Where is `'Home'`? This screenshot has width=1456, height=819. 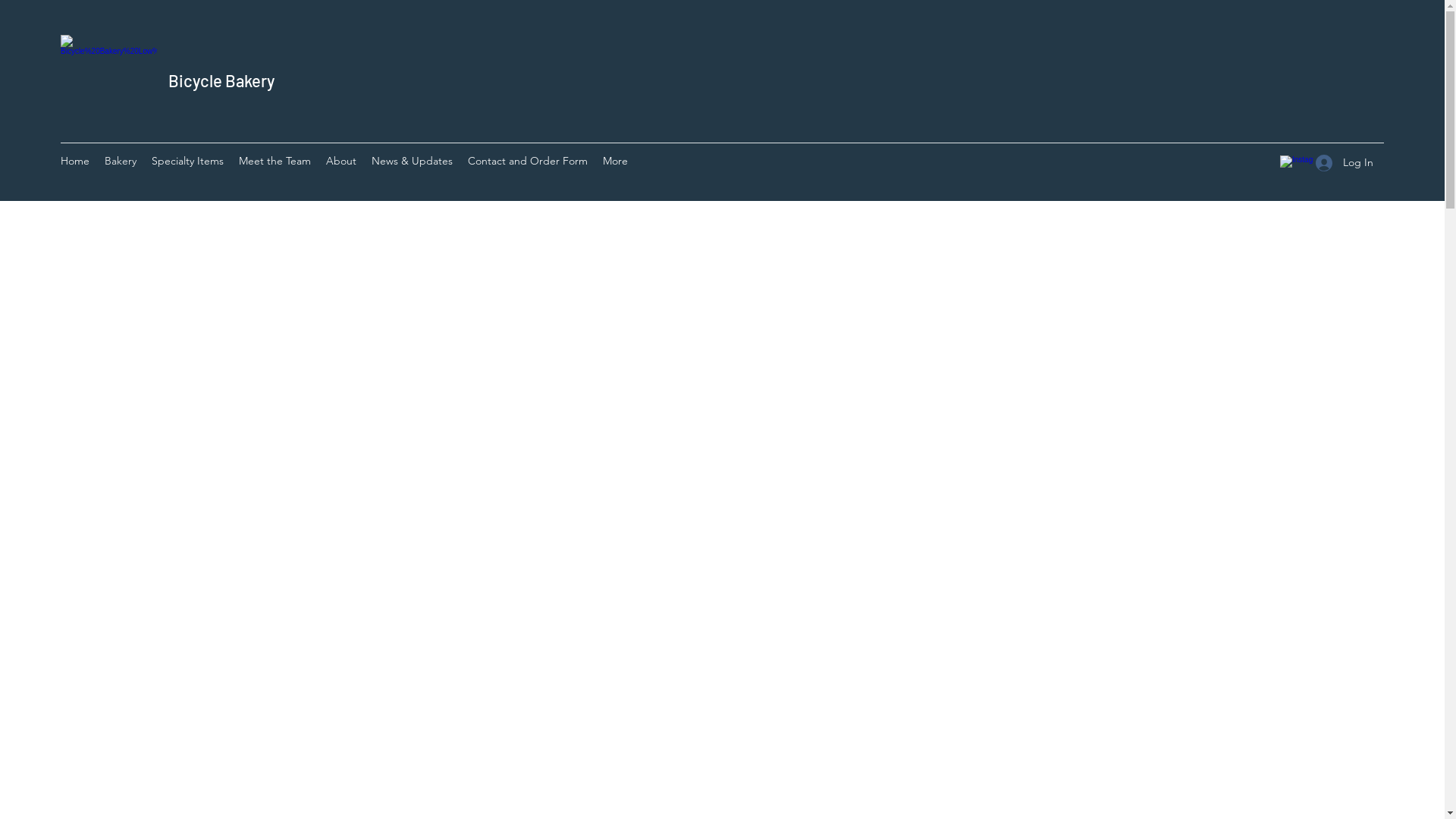
'Home' is located at coordinates (74, 163).